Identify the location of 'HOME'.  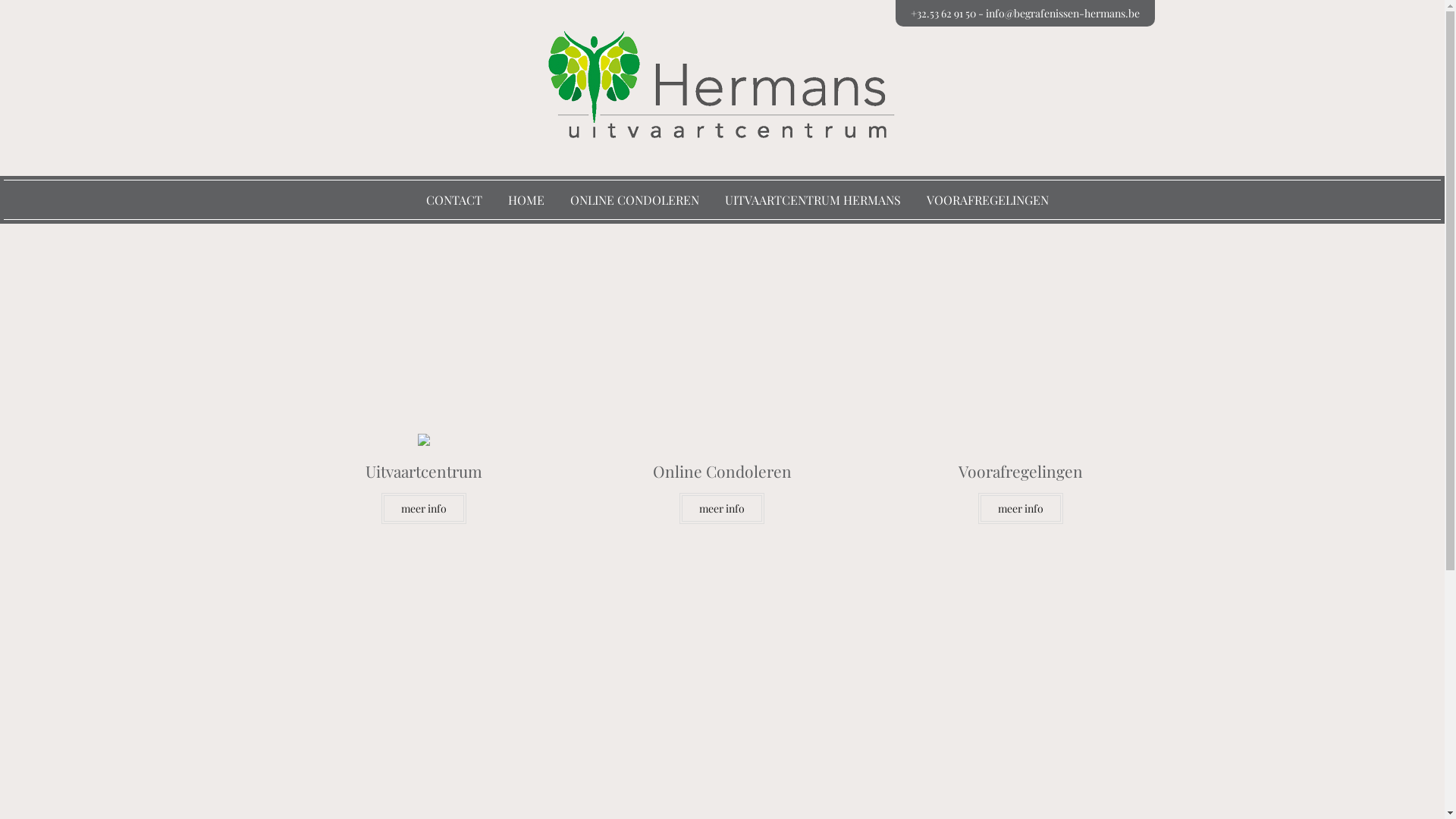
(508, 199).